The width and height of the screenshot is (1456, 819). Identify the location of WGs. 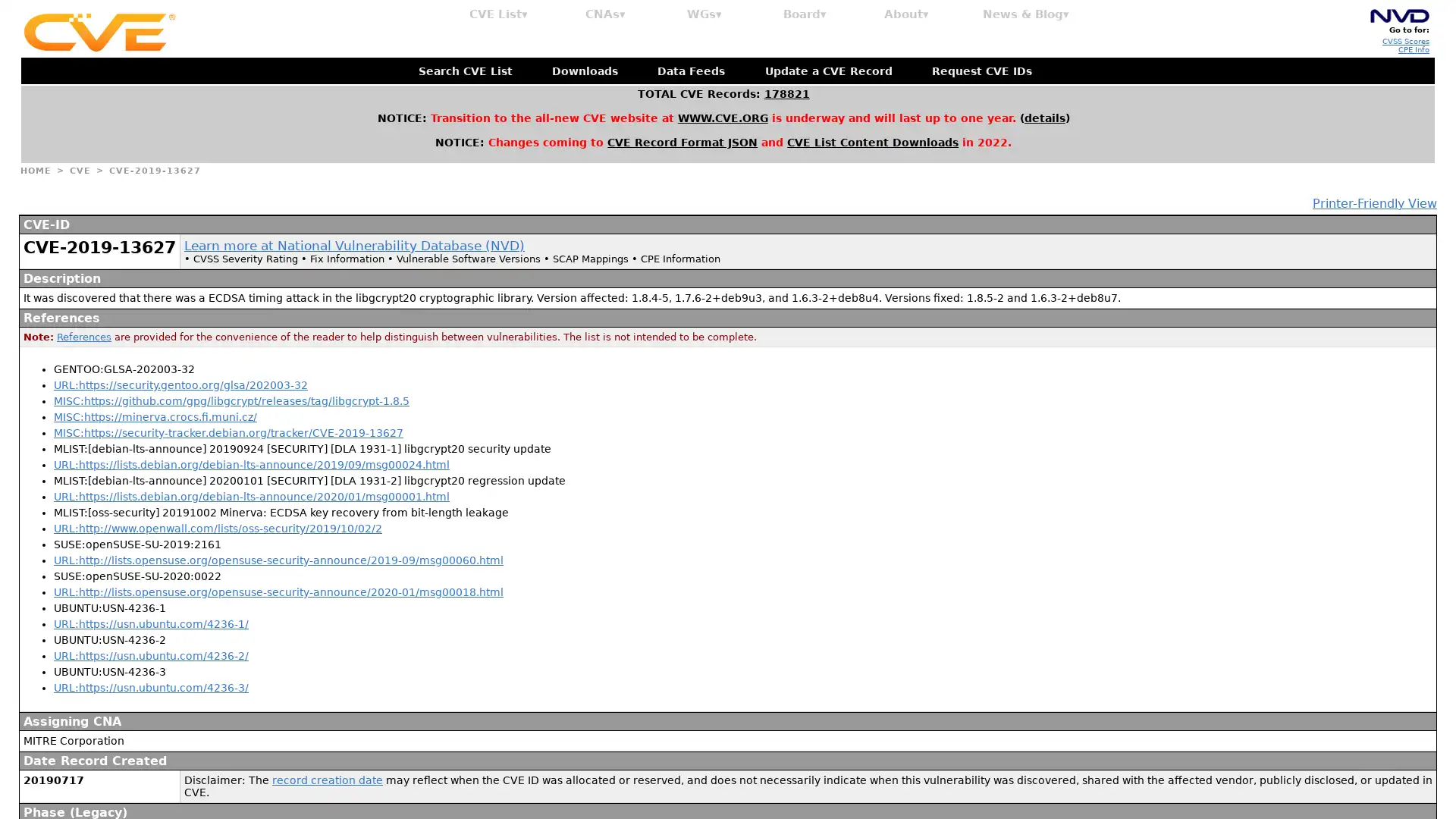
(704, 14).